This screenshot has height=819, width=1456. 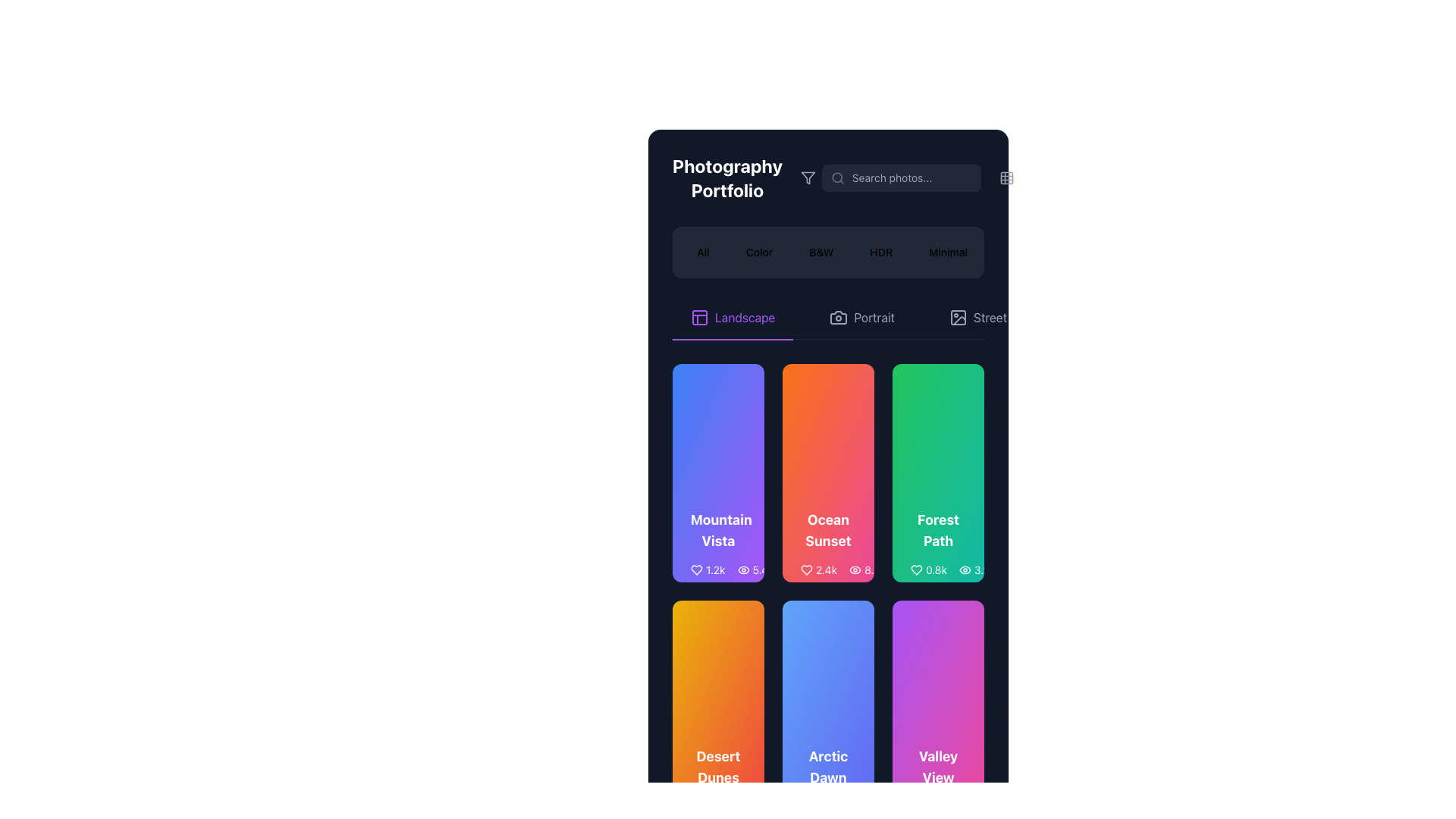 What do you see at coordinates (920, 177) in the screenshot?
I see `the search input field with placeholder text 'Search photos...' to focus on it` at bounding box center [920, 177].